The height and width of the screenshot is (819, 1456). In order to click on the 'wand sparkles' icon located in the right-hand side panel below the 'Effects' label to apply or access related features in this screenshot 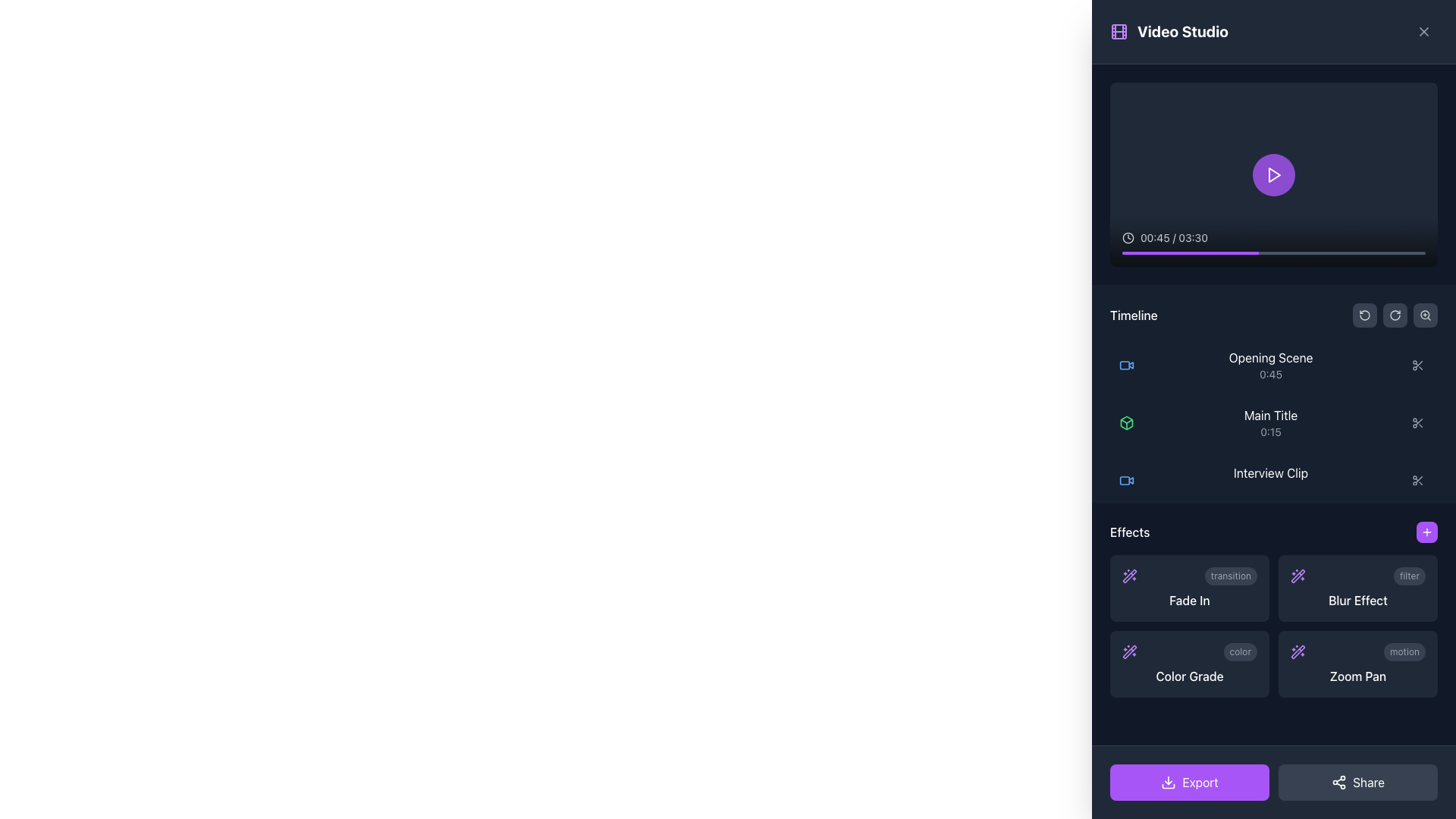, I will do `click(1129, 651)`.